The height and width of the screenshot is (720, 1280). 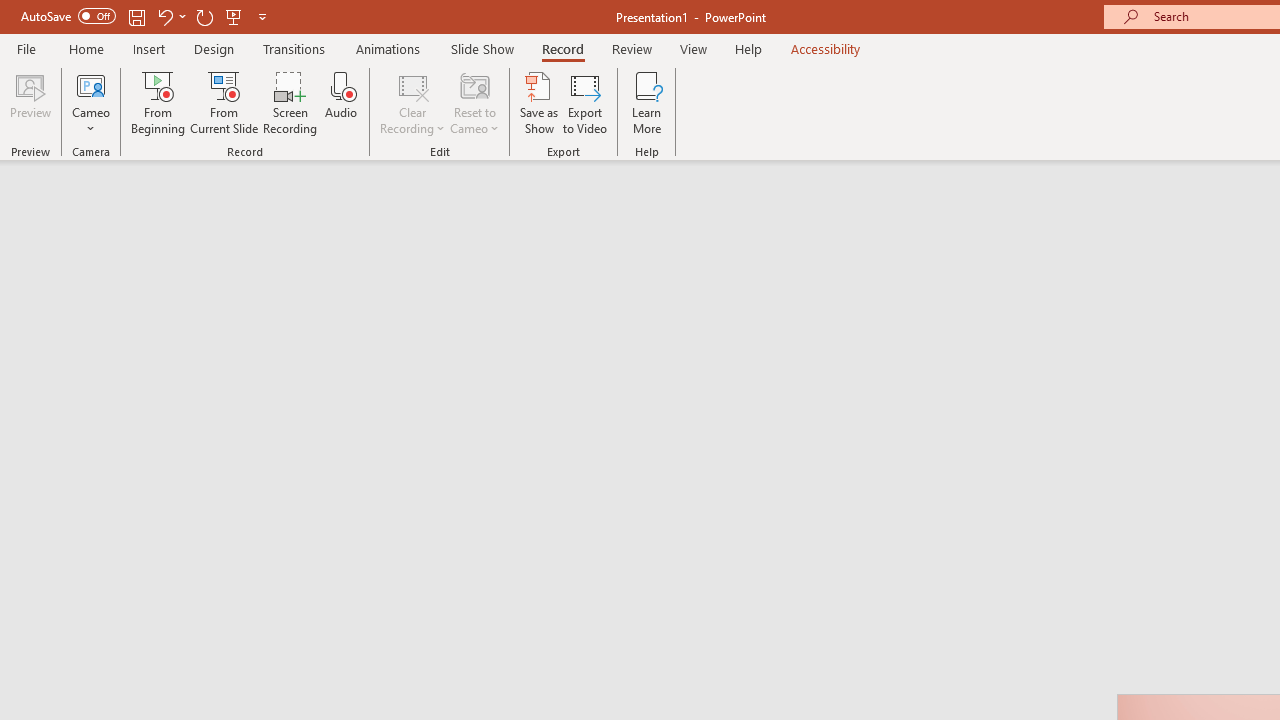 What do you see at coordinates (157, 103) in the screenshot?
I see `'From Beginning...'` at bounding box center [157, 103].